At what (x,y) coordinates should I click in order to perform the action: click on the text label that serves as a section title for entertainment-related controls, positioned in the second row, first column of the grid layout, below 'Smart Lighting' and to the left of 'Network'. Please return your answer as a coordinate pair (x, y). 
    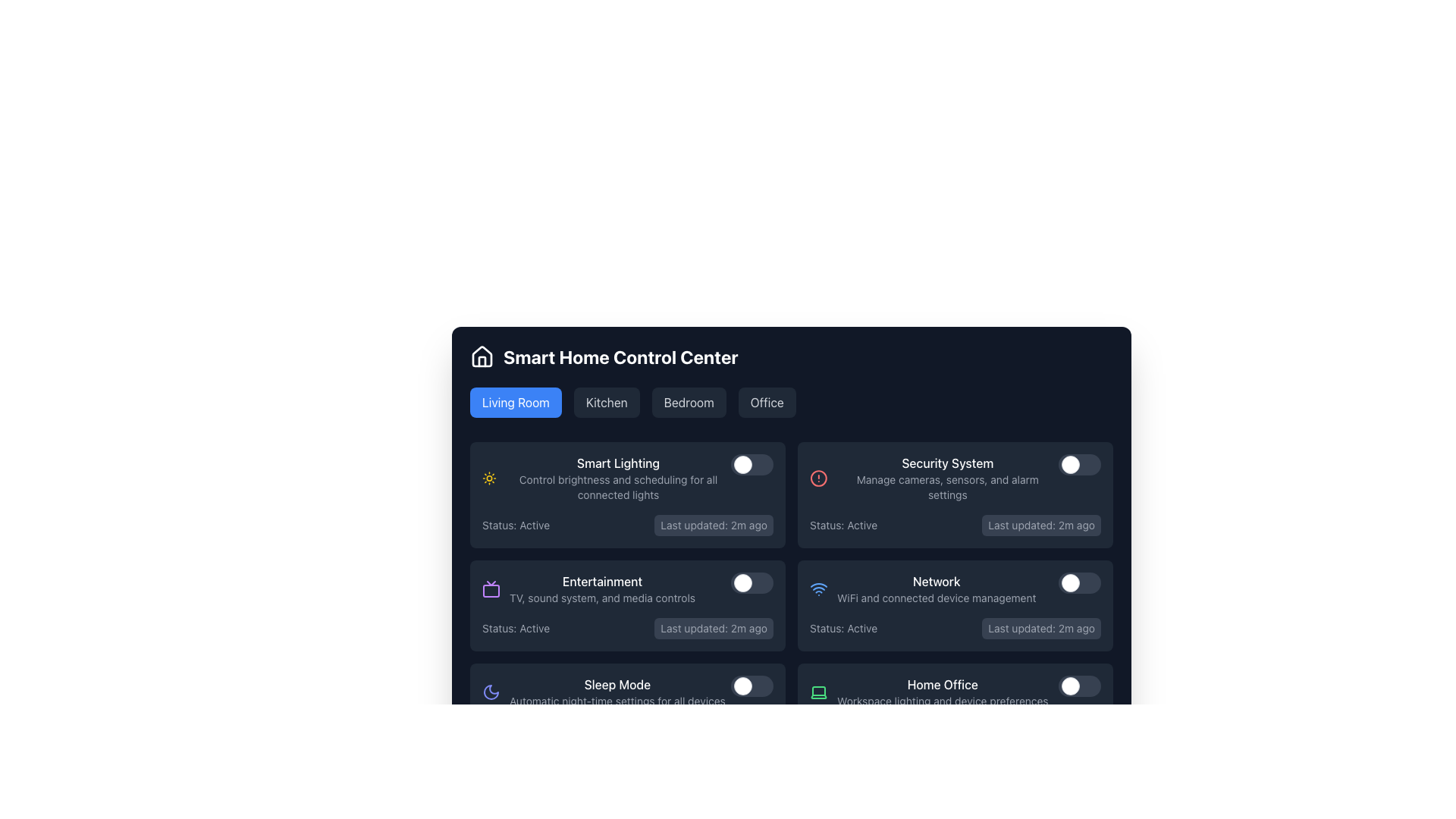
    Looking at the image, I should click on (601, 588).